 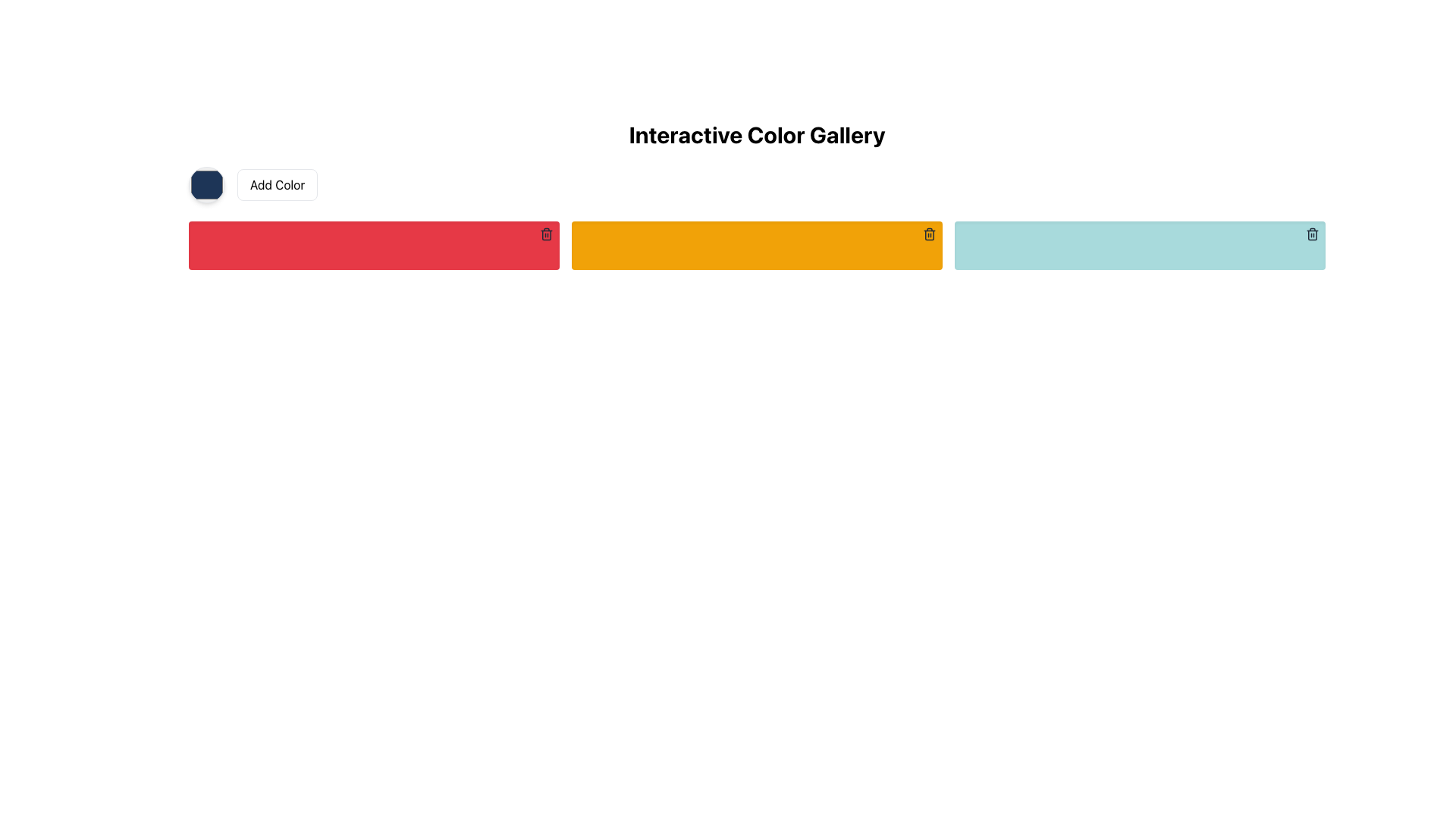 What do you see at coordinates (278, 184) in the screenshot?
I see `the rectangular button labeled 'Add Color' to observe the light blue background change when hovered` at bounding box center [278, 184].